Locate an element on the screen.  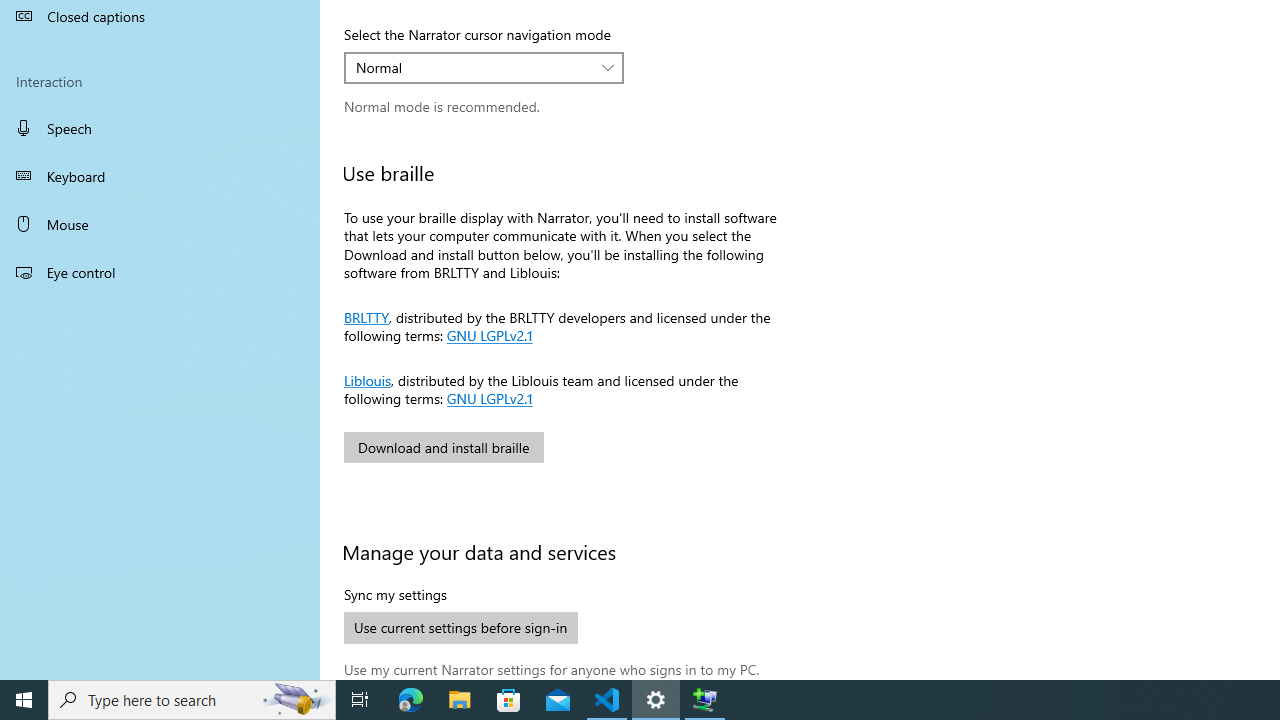
'BRLTTY' is located at coordinates (366, 315).